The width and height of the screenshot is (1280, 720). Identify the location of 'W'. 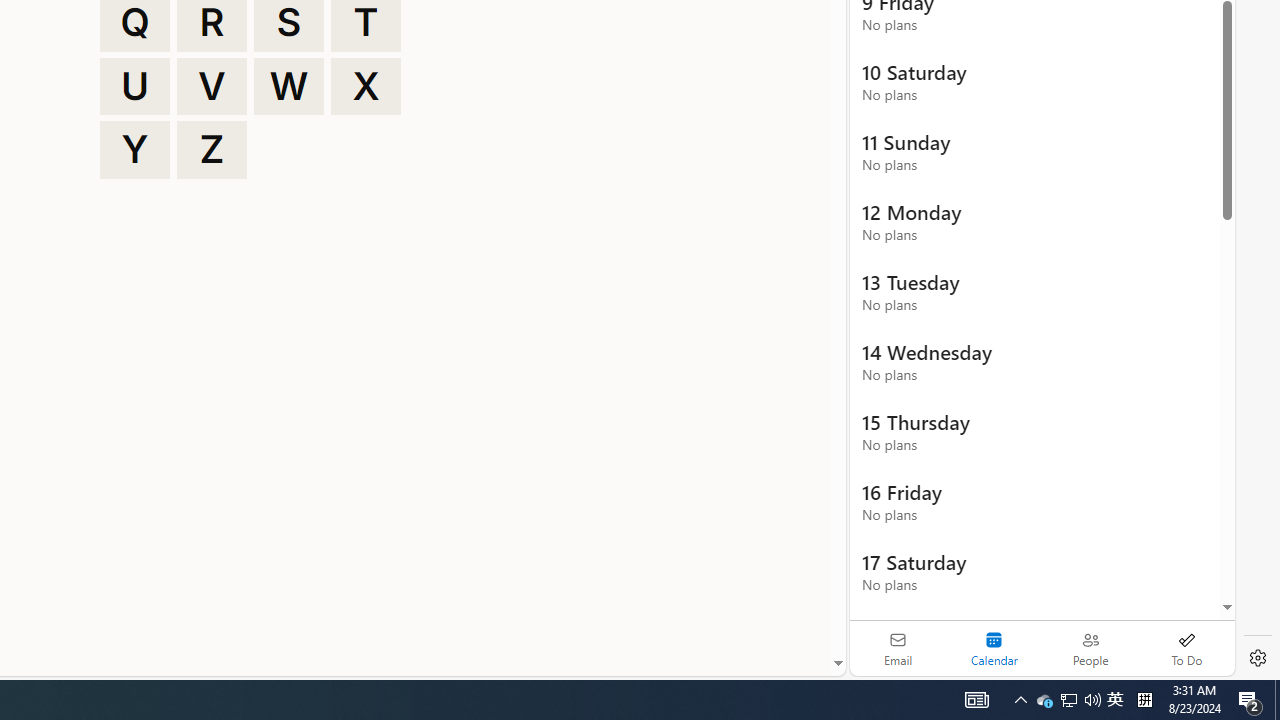
(288, 85).